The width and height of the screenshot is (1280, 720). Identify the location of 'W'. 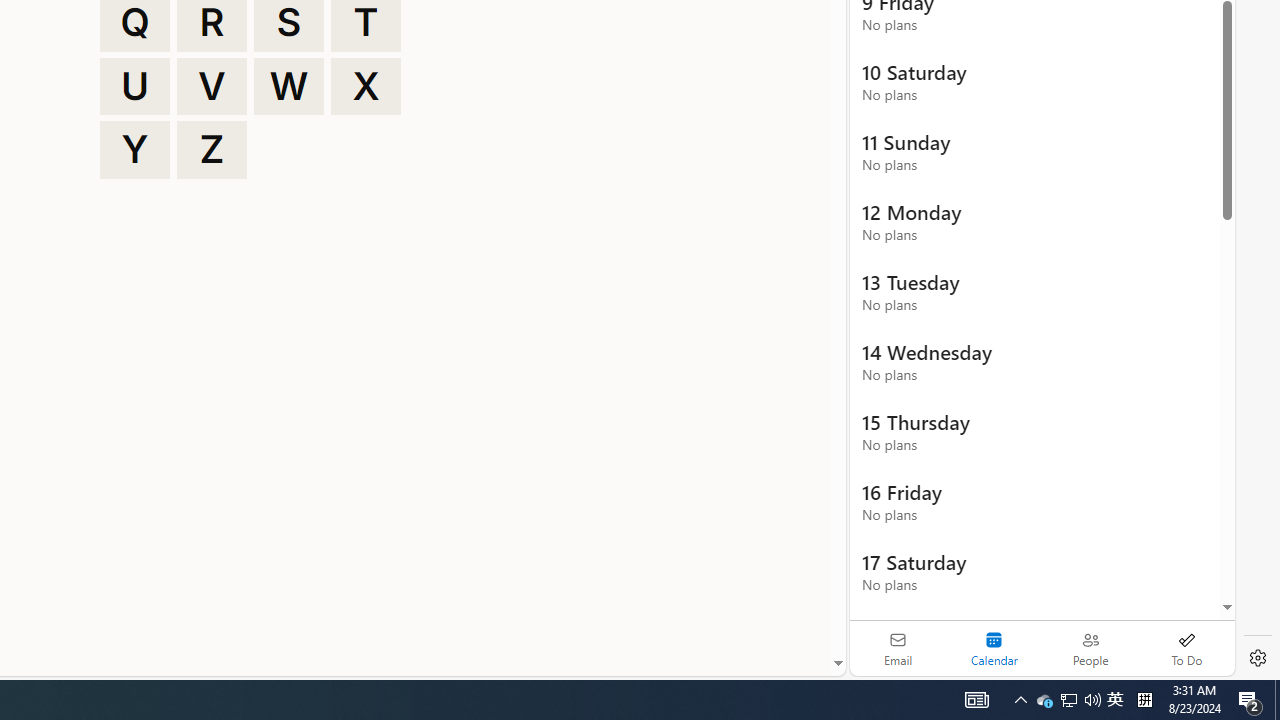
(288, 85).